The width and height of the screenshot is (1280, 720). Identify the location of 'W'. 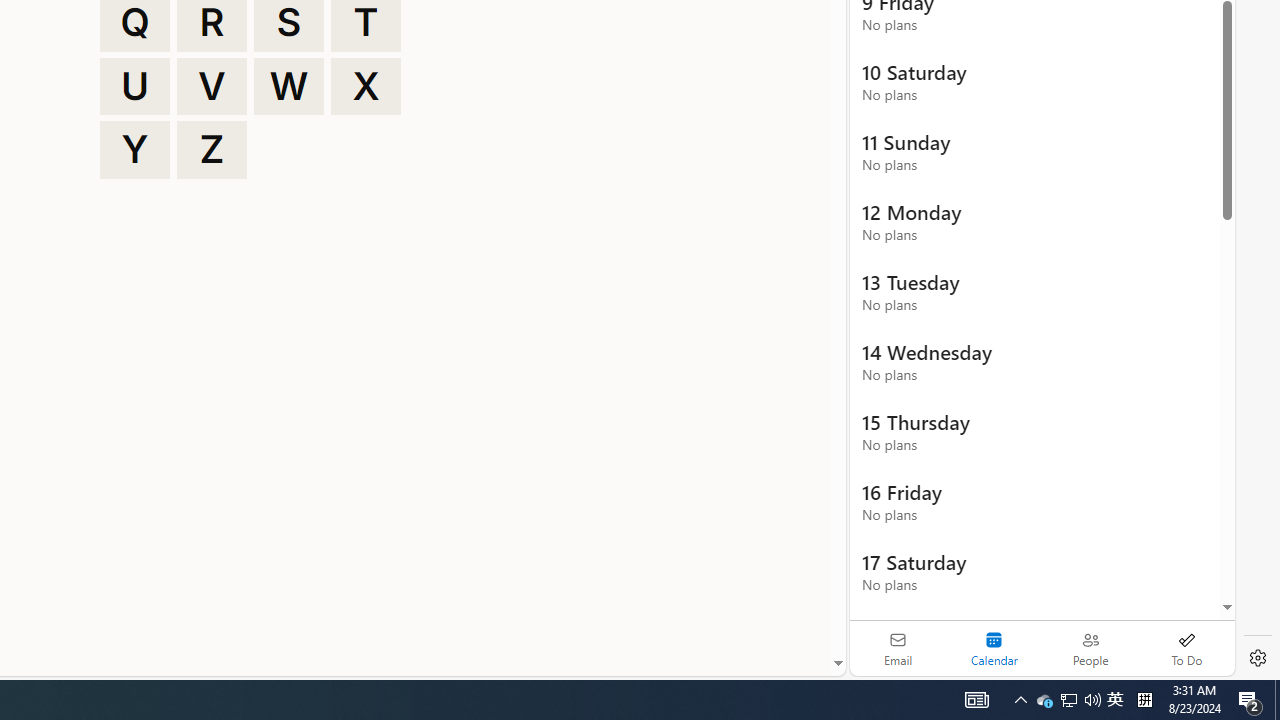
(288, 85).